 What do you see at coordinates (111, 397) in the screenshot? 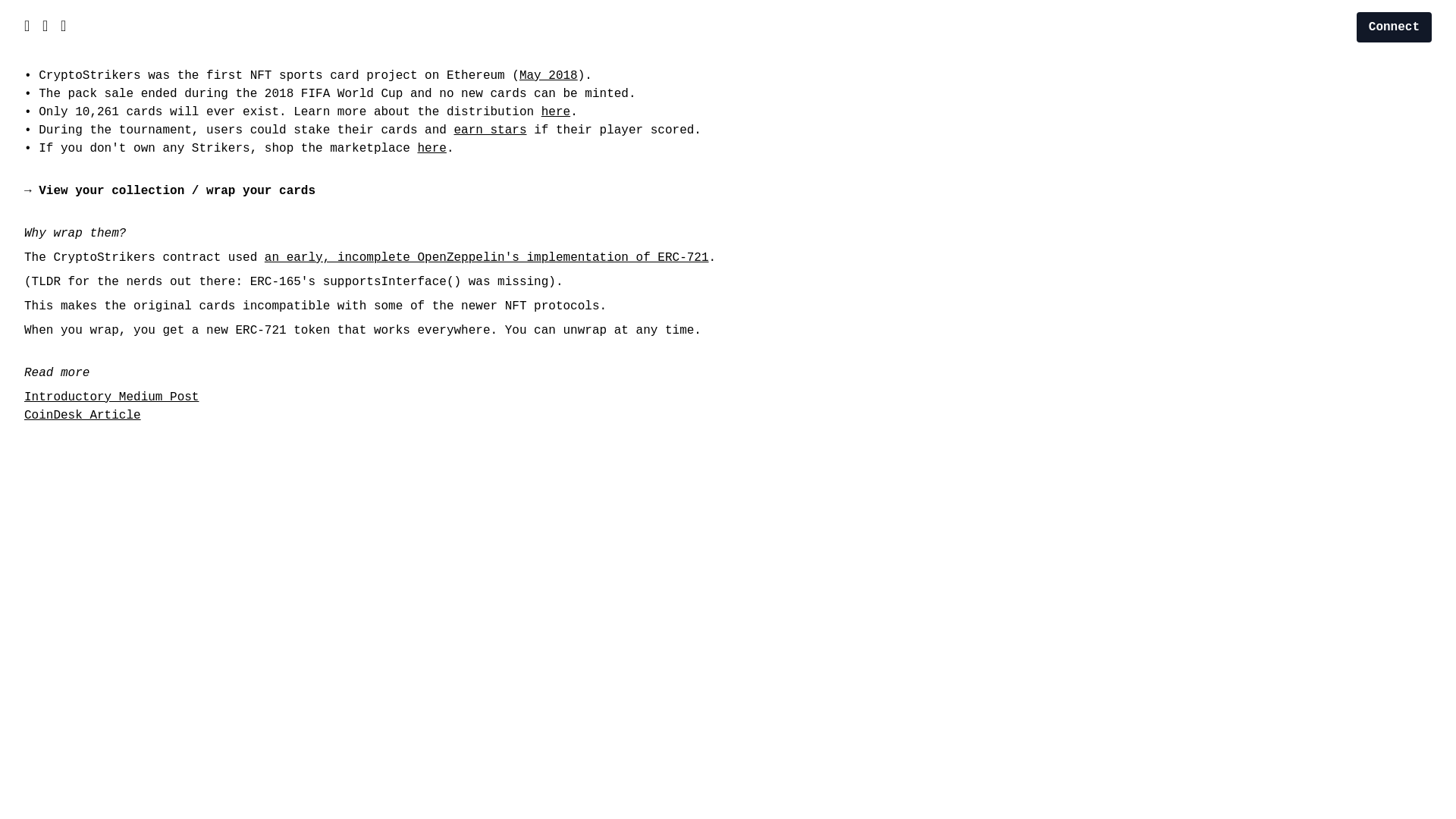
I see `'Introductory Medium Post'` at bounding box center [111, 397].